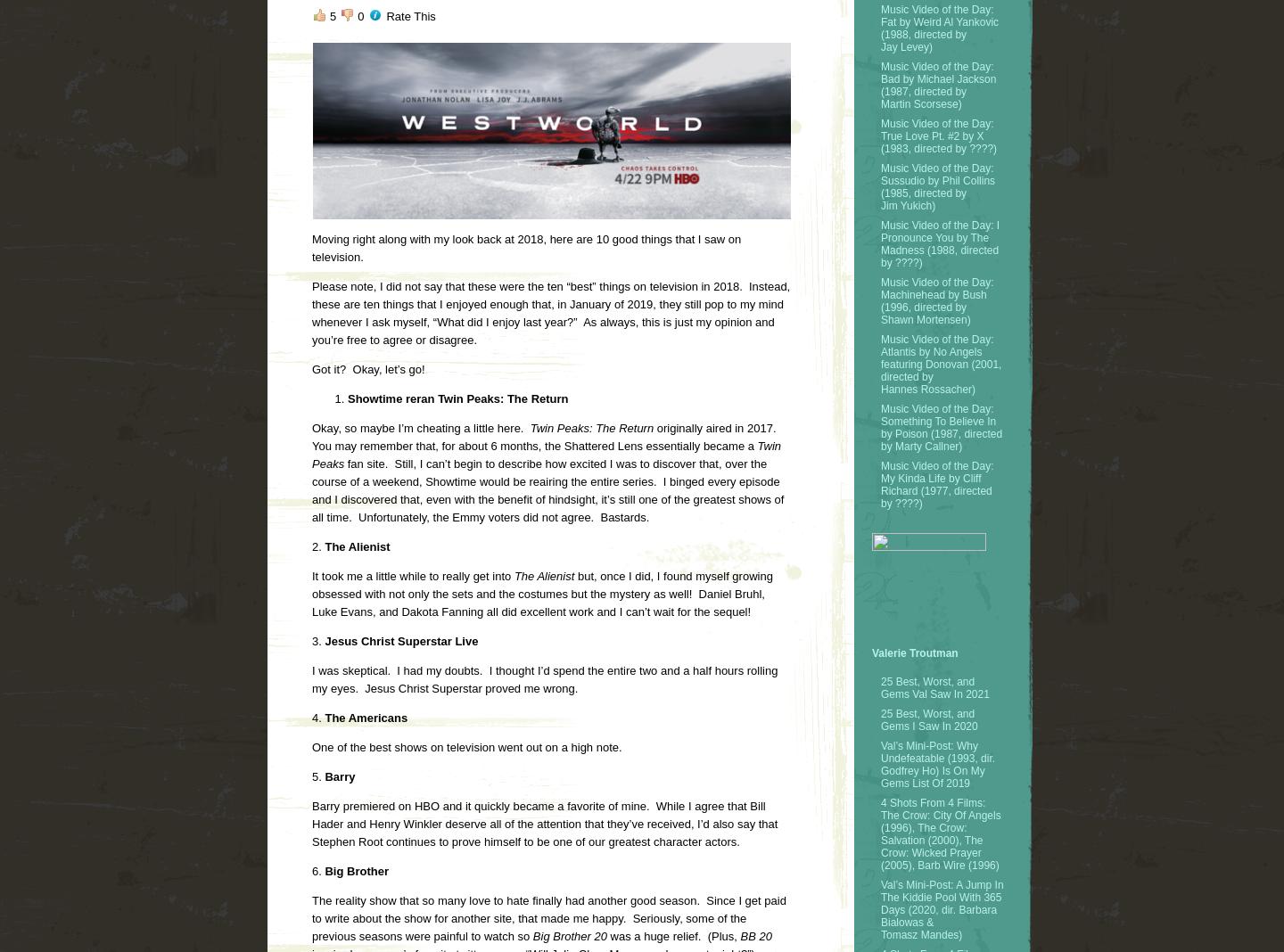 This screenshot has width=1284, height=952. Describe the element at coordinates (332, 15) in the screenshot. I see `'5'` at that location.